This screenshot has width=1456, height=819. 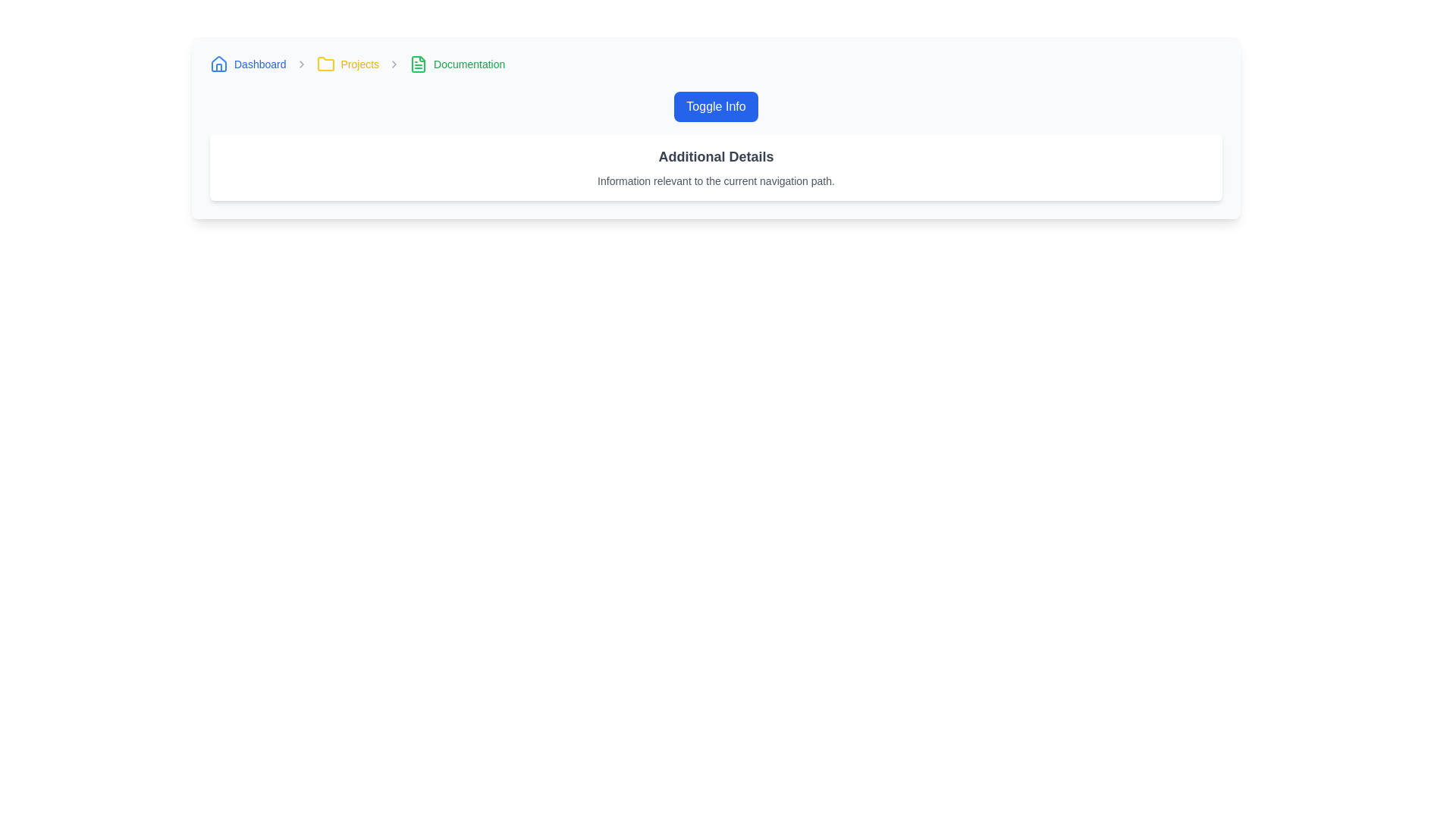 I want to click on the 'Documentation' icon in the breadcrumb navigation bar, which visually represents the documentation section and is located between the 'Projects' folder icon and the text 'Documentation', so click(x=419, y=63).